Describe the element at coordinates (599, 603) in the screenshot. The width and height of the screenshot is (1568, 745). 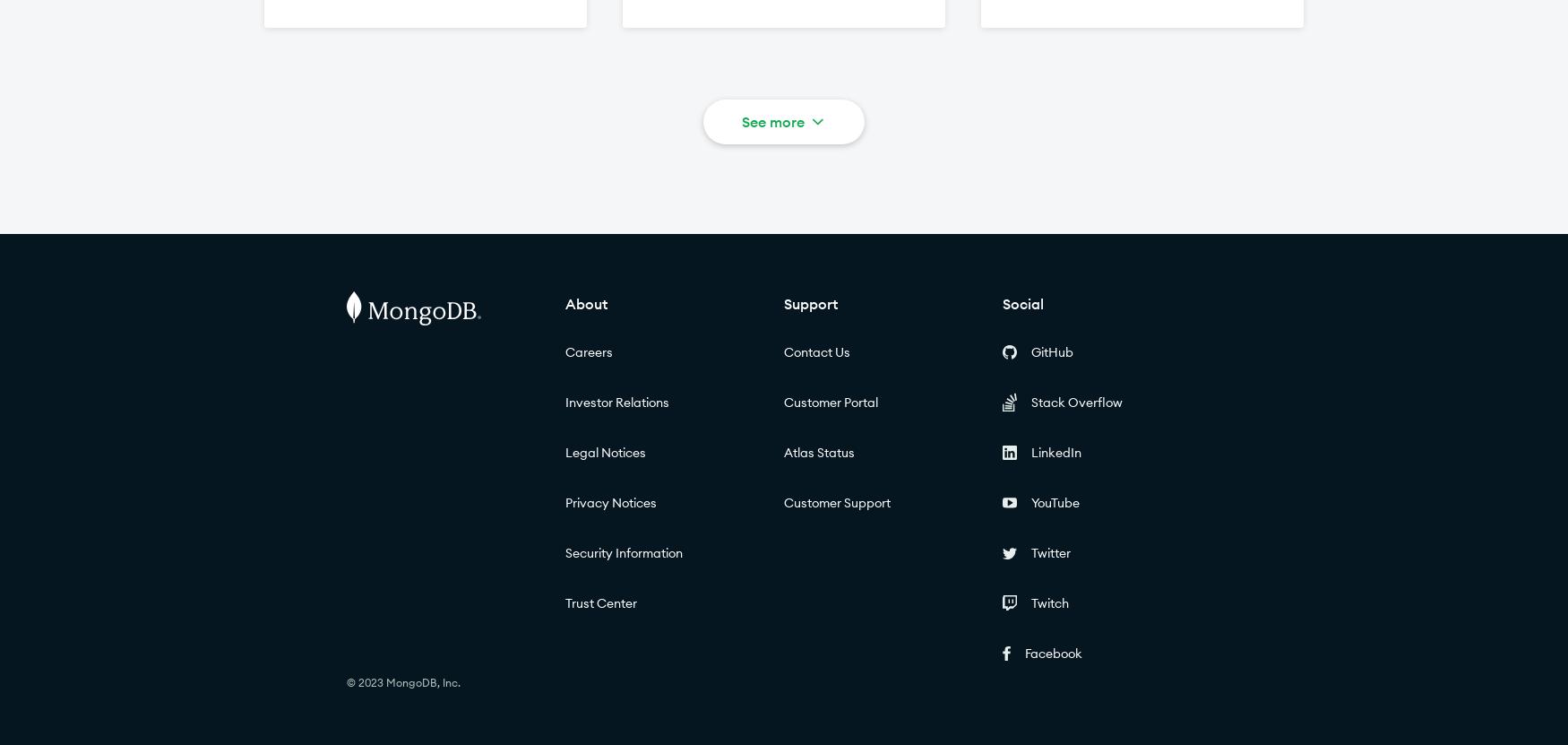
I see `'Trust Center'` at that location.